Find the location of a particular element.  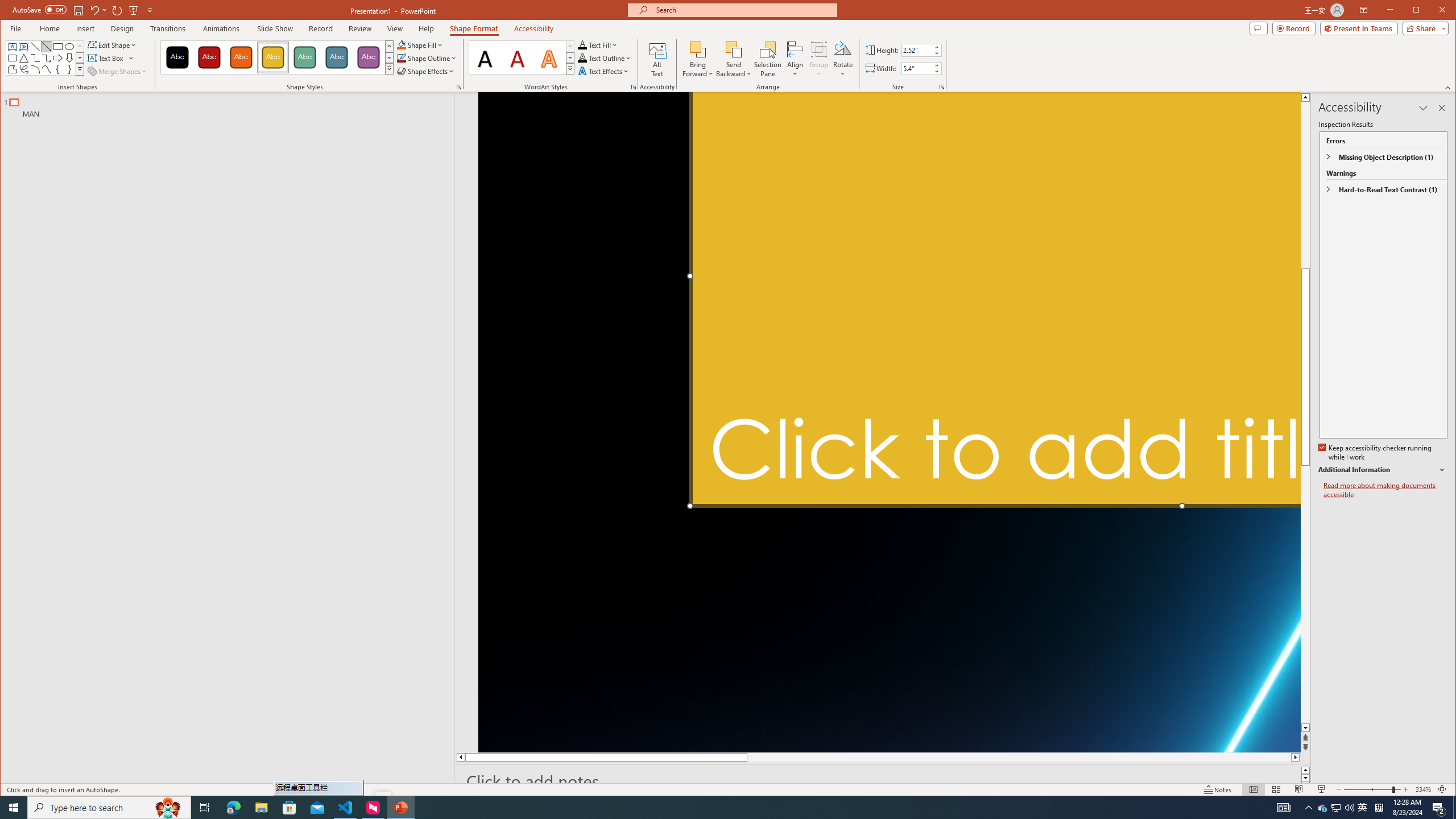

'Shape Height' is located at coordinates (916, 50).